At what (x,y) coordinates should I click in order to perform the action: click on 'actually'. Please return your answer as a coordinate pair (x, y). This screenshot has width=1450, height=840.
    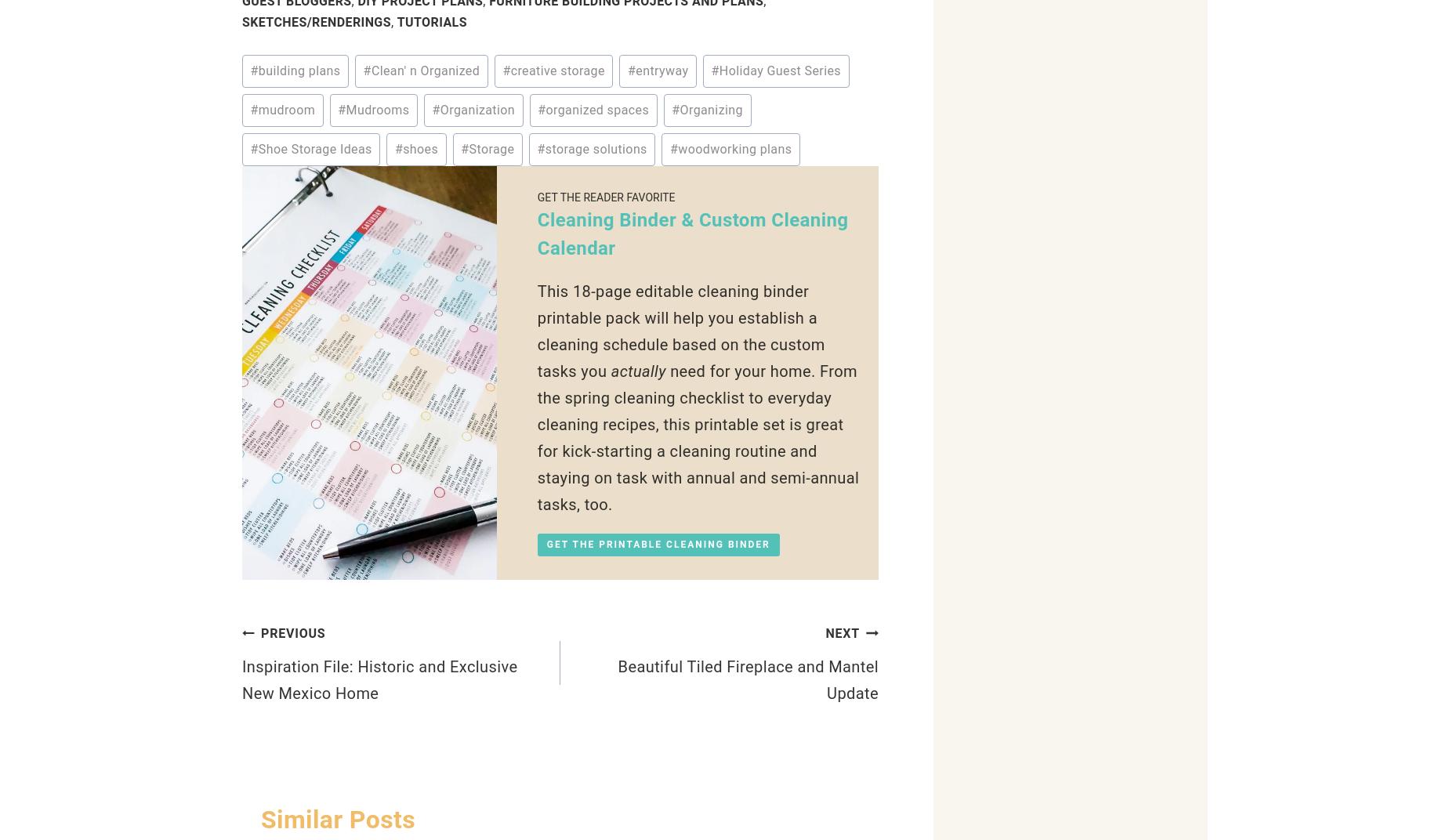
    Looking at the image, I should click on (638, 370).